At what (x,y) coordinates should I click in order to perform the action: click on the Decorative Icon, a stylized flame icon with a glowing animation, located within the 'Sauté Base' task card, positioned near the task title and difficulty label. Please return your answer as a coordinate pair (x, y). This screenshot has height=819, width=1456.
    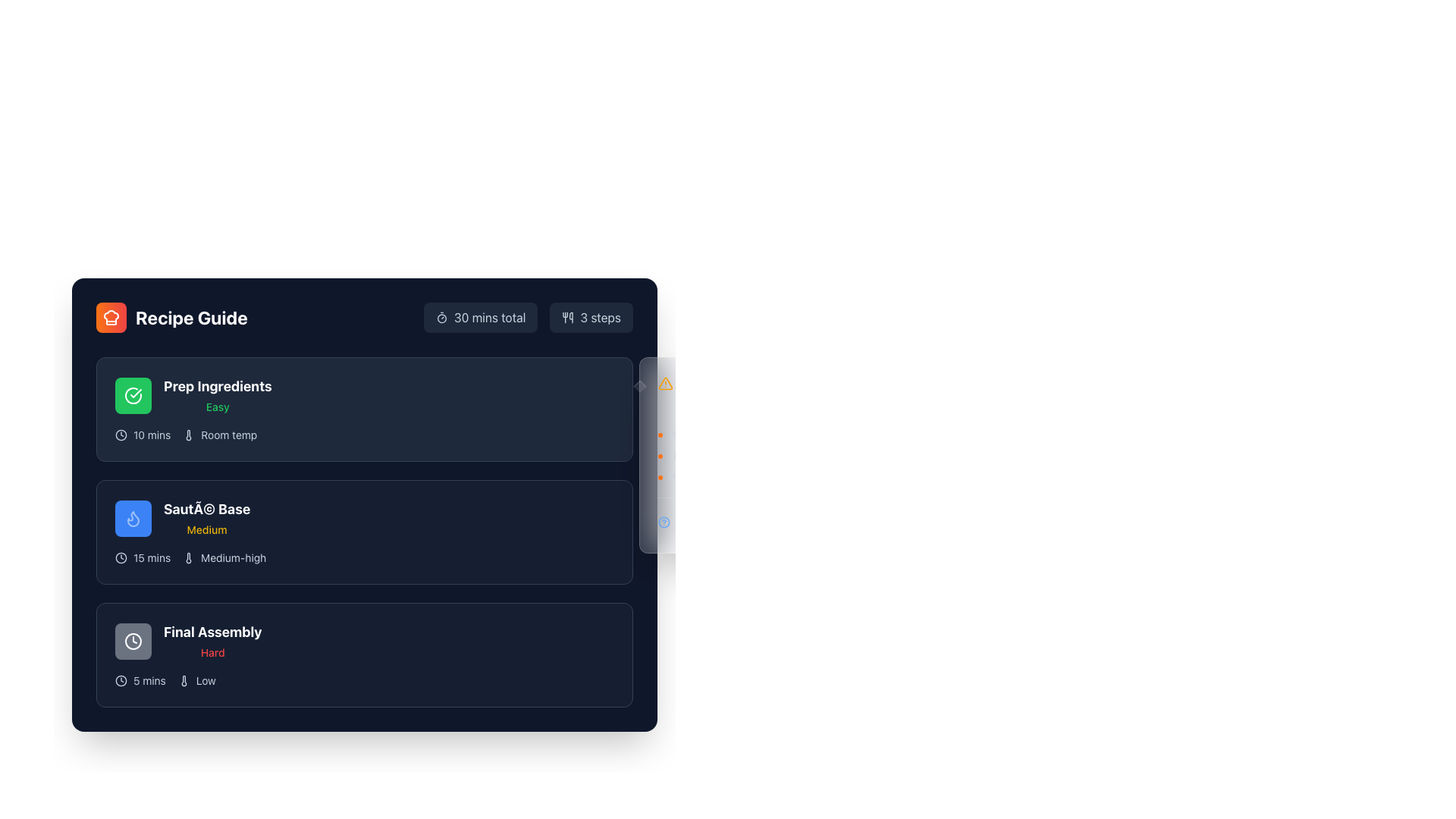
    Looking at the image, I should click on (133, 518).